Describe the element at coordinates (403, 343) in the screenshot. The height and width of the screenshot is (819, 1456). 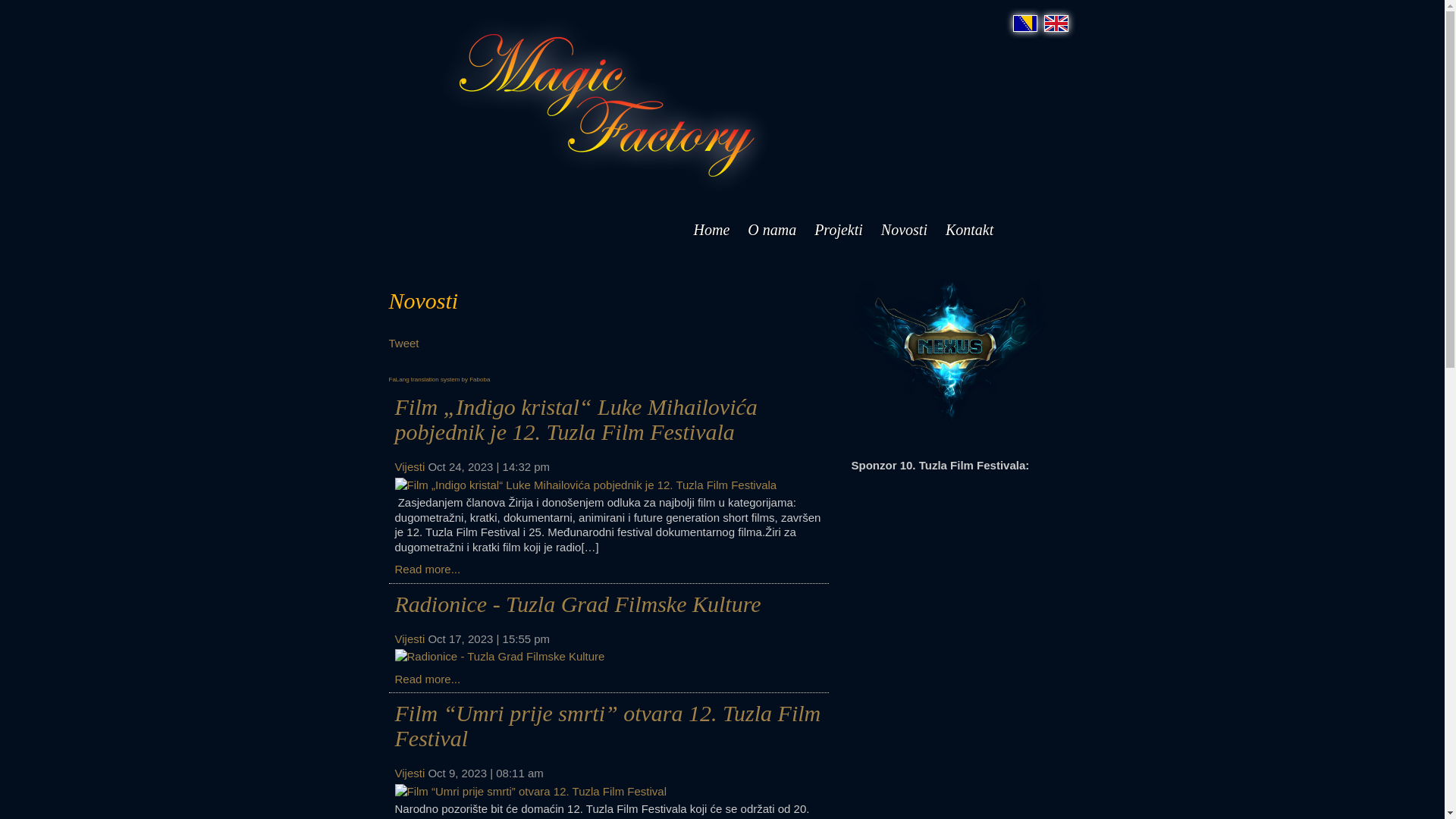
I see `'Tweet'` at that location.